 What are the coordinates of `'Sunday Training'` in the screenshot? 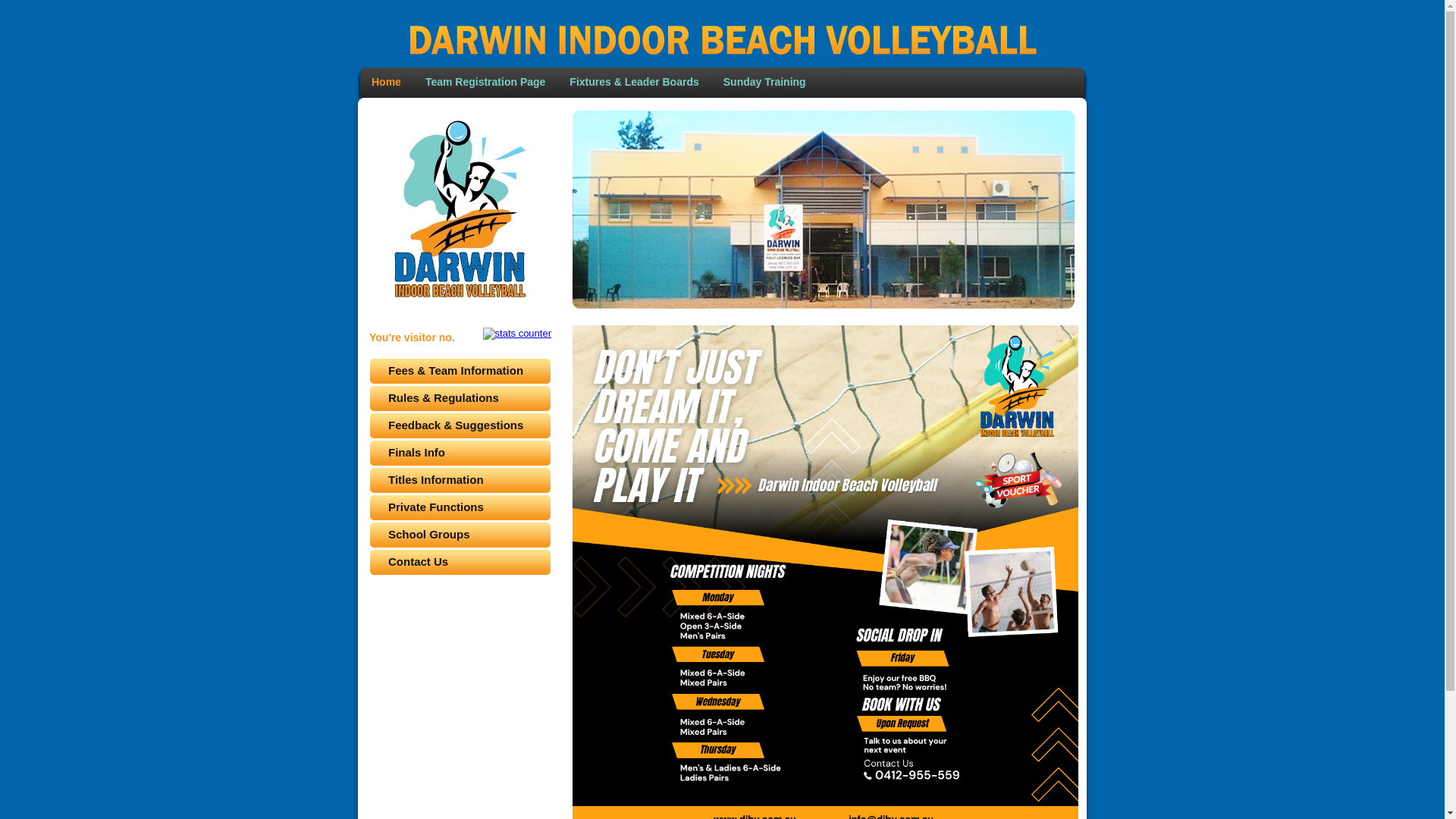 It's located at (764, 82).